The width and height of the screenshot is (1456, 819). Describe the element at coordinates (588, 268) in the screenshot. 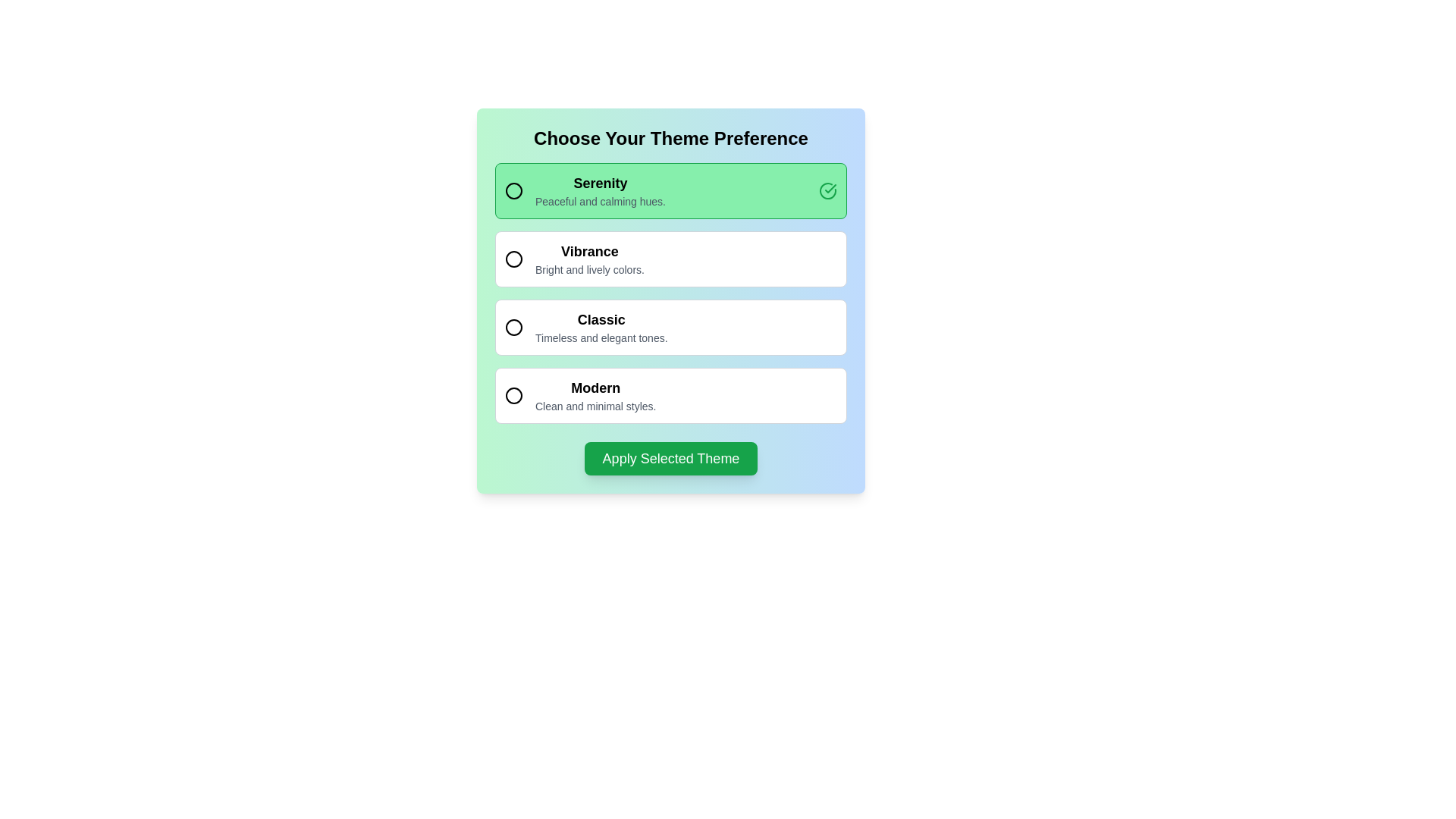

I see `the text label displaying 'Bright and lively colors.' which is styled as a description under the 'Vibrance' header` at that location.